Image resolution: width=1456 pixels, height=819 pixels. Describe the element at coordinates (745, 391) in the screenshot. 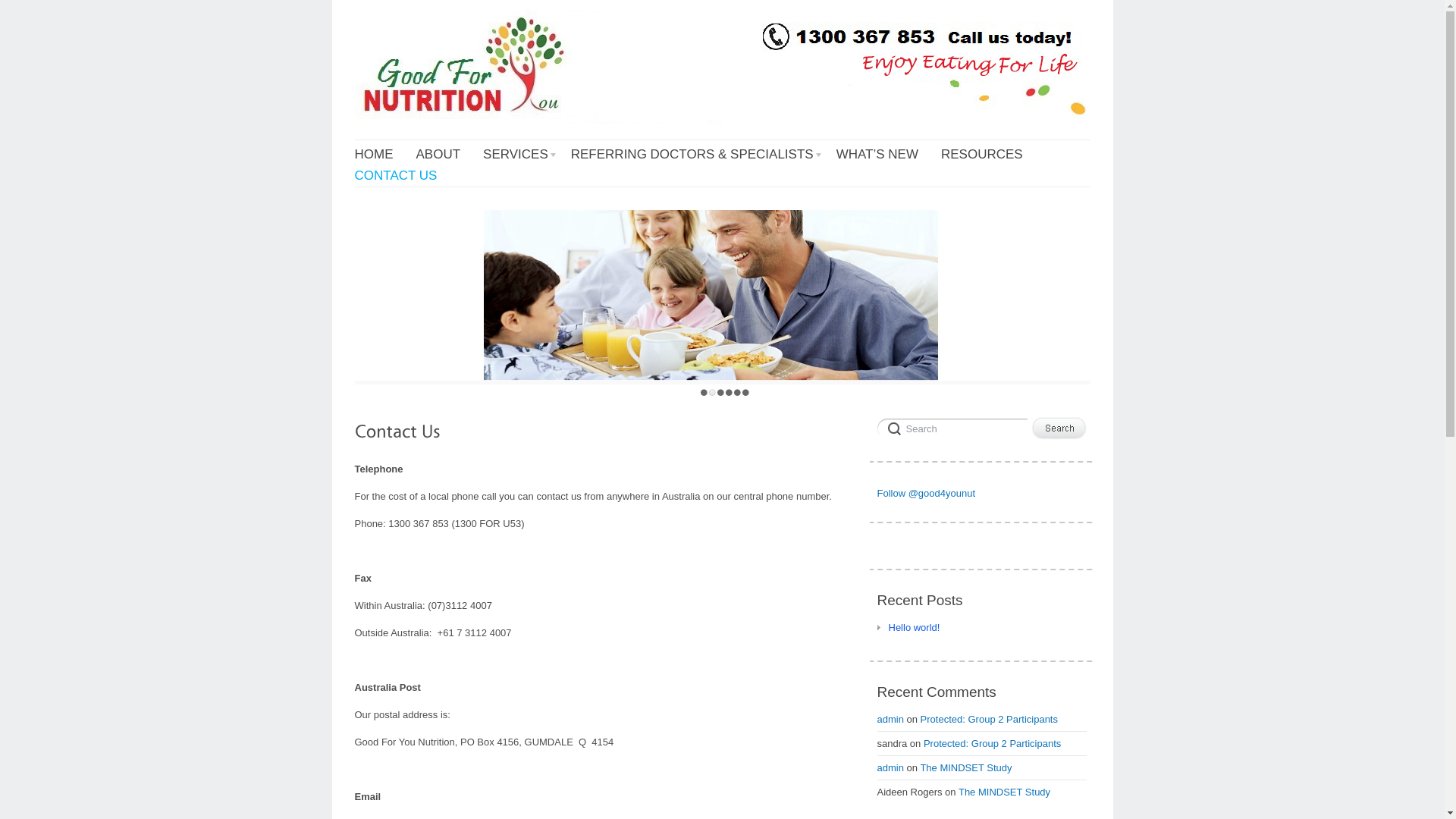

I see `'6'` at that location.